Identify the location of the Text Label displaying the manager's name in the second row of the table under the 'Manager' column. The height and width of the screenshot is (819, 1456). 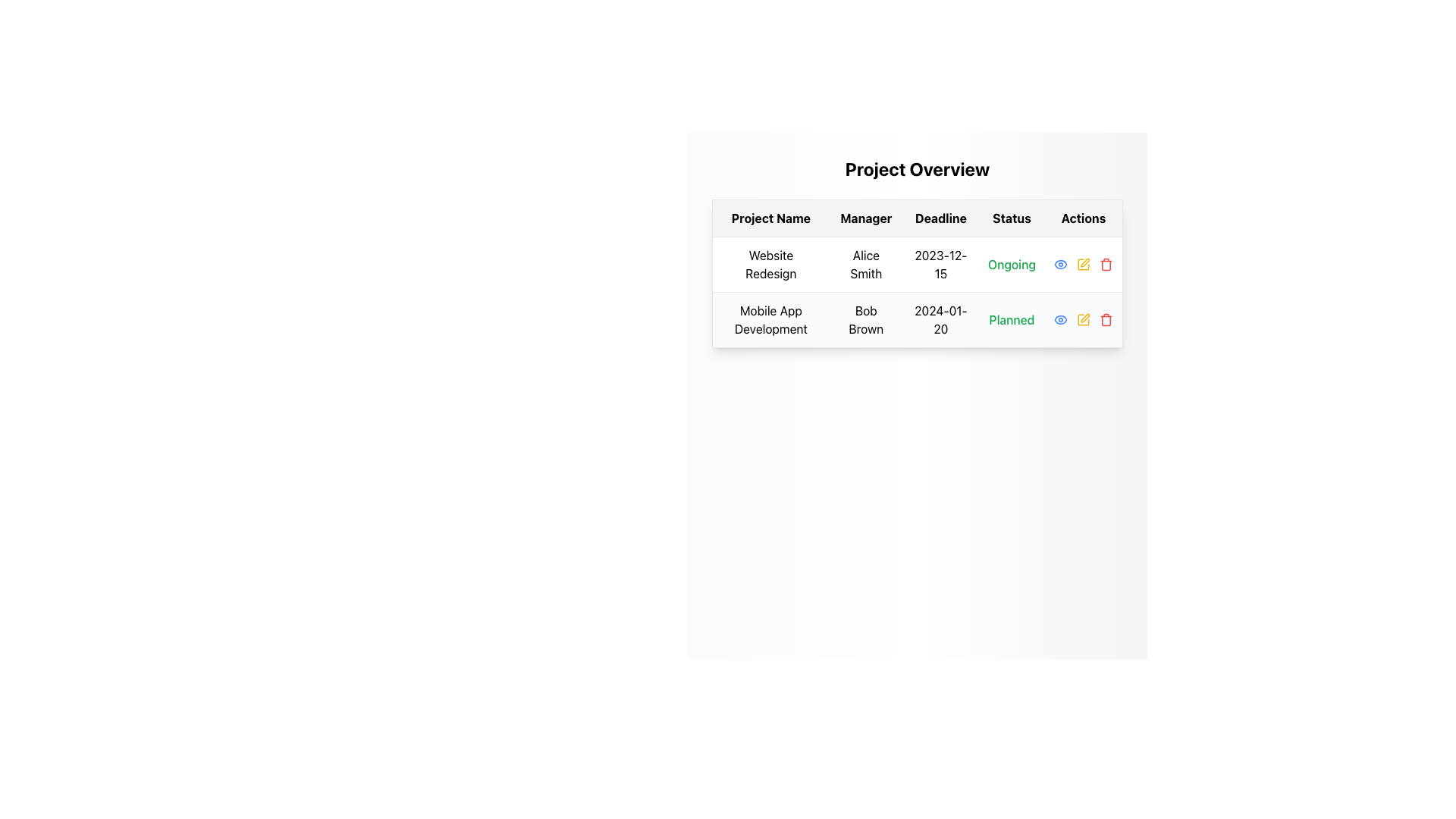
(866, 318).